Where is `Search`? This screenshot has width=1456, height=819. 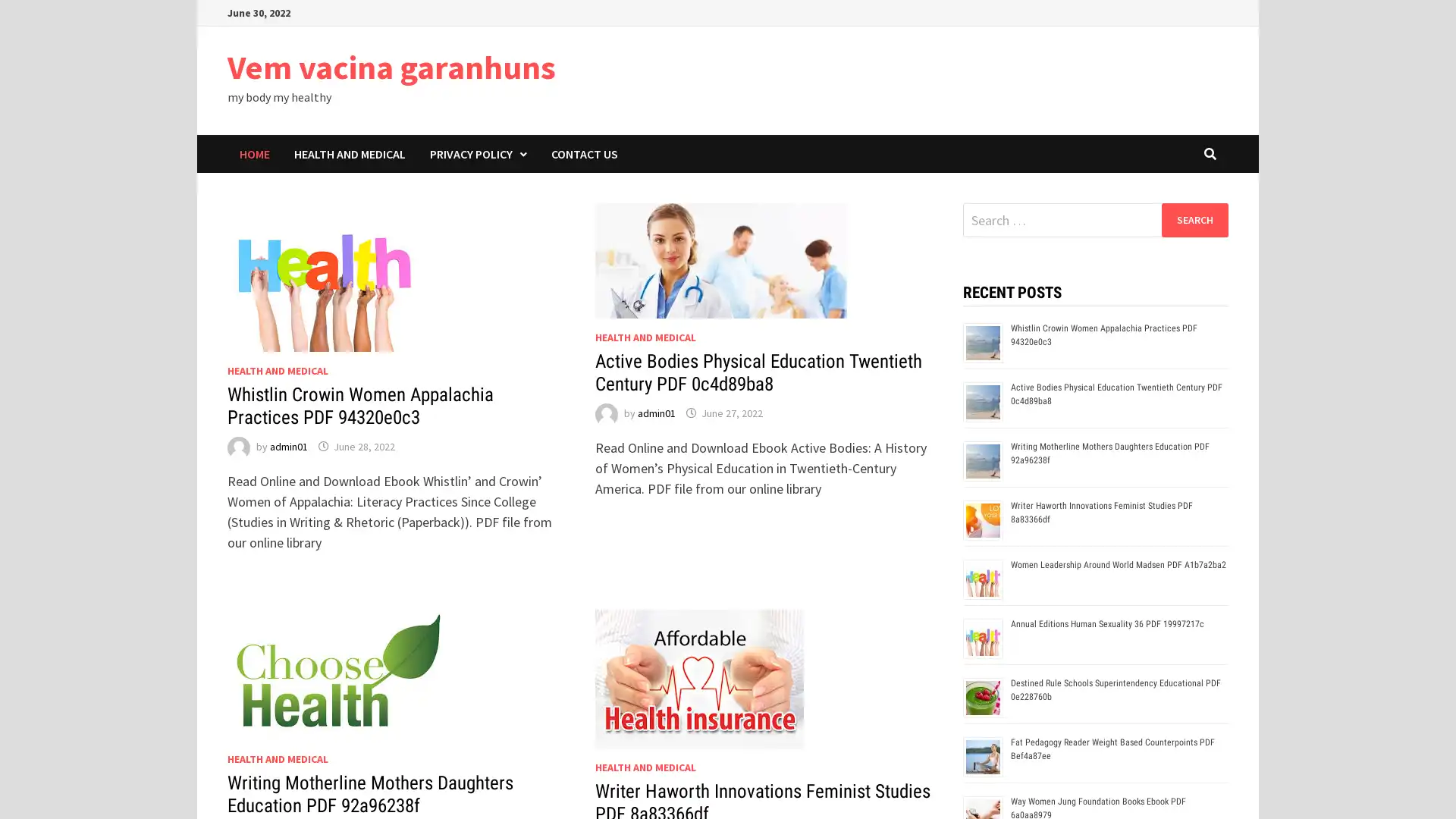
Search is located at coordinates (1194, 219).